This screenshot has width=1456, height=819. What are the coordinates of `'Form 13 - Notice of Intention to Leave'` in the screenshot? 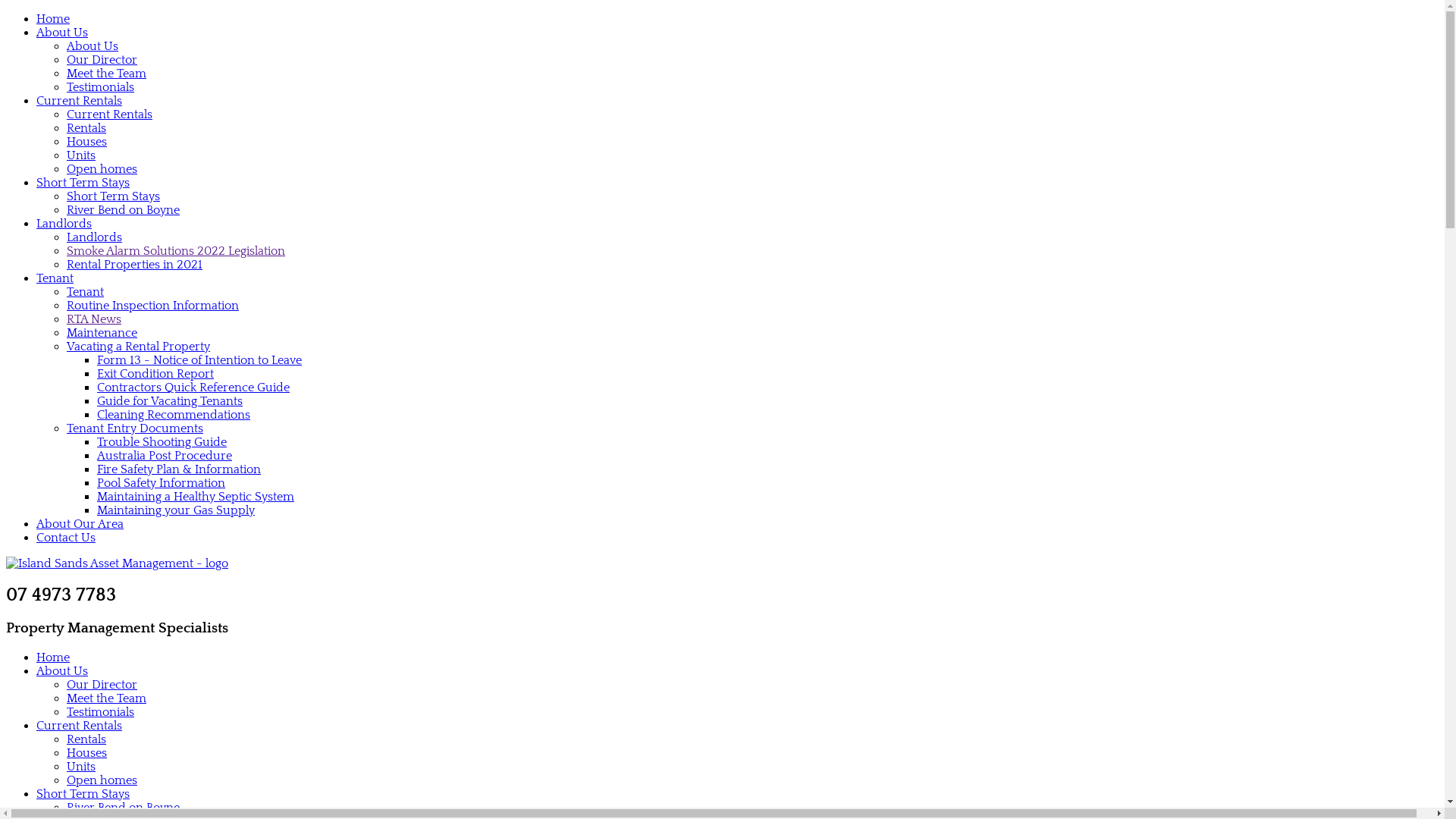 It's located at (199, 359).